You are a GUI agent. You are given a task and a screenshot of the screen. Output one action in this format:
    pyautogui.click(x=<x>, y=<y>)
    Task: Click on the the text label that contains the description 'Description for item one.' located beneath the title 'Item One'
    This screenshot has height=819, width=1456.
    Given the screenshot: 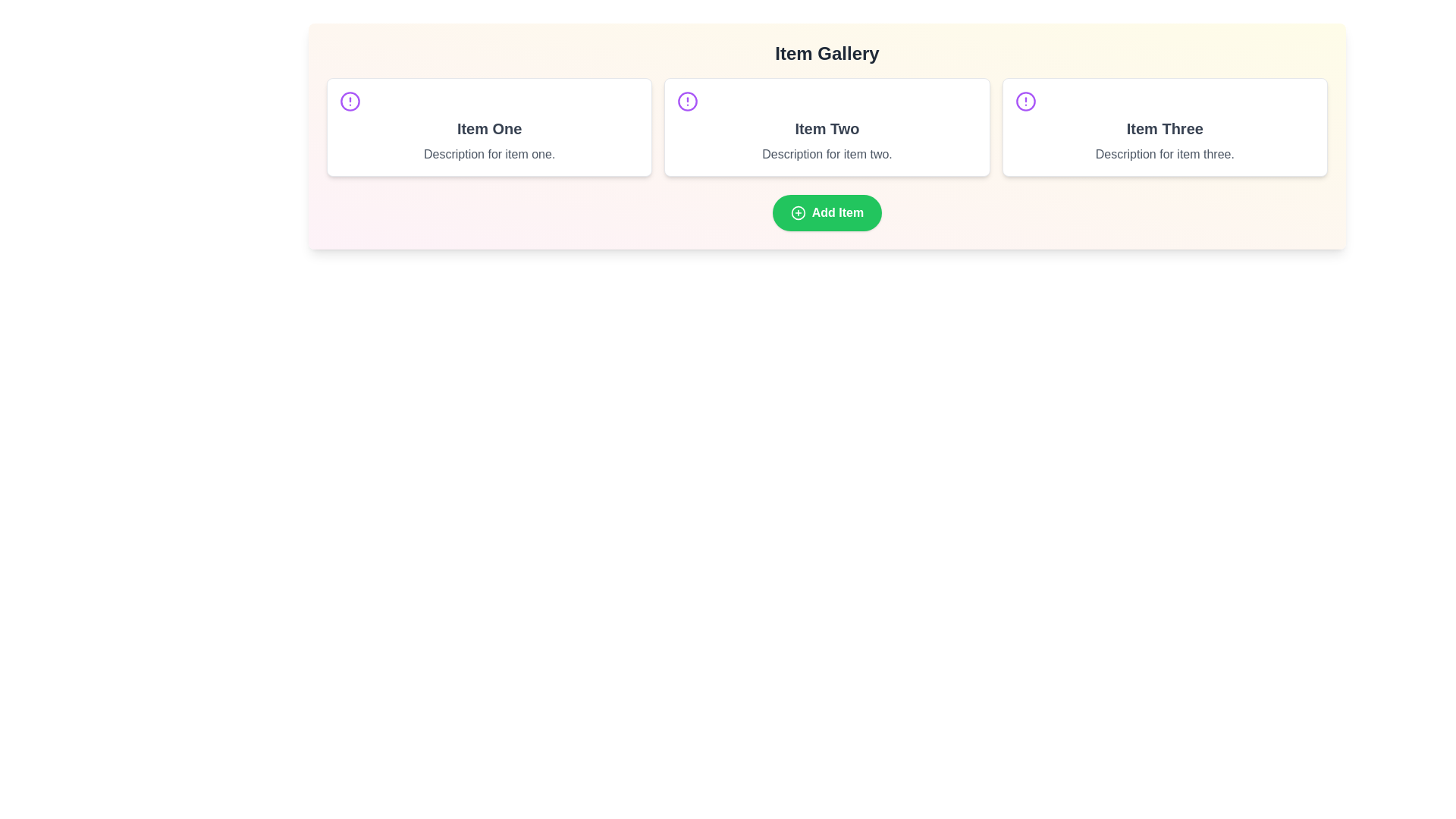 What is the action you would take?
    pyautogui.click(x=489, y=155)
    